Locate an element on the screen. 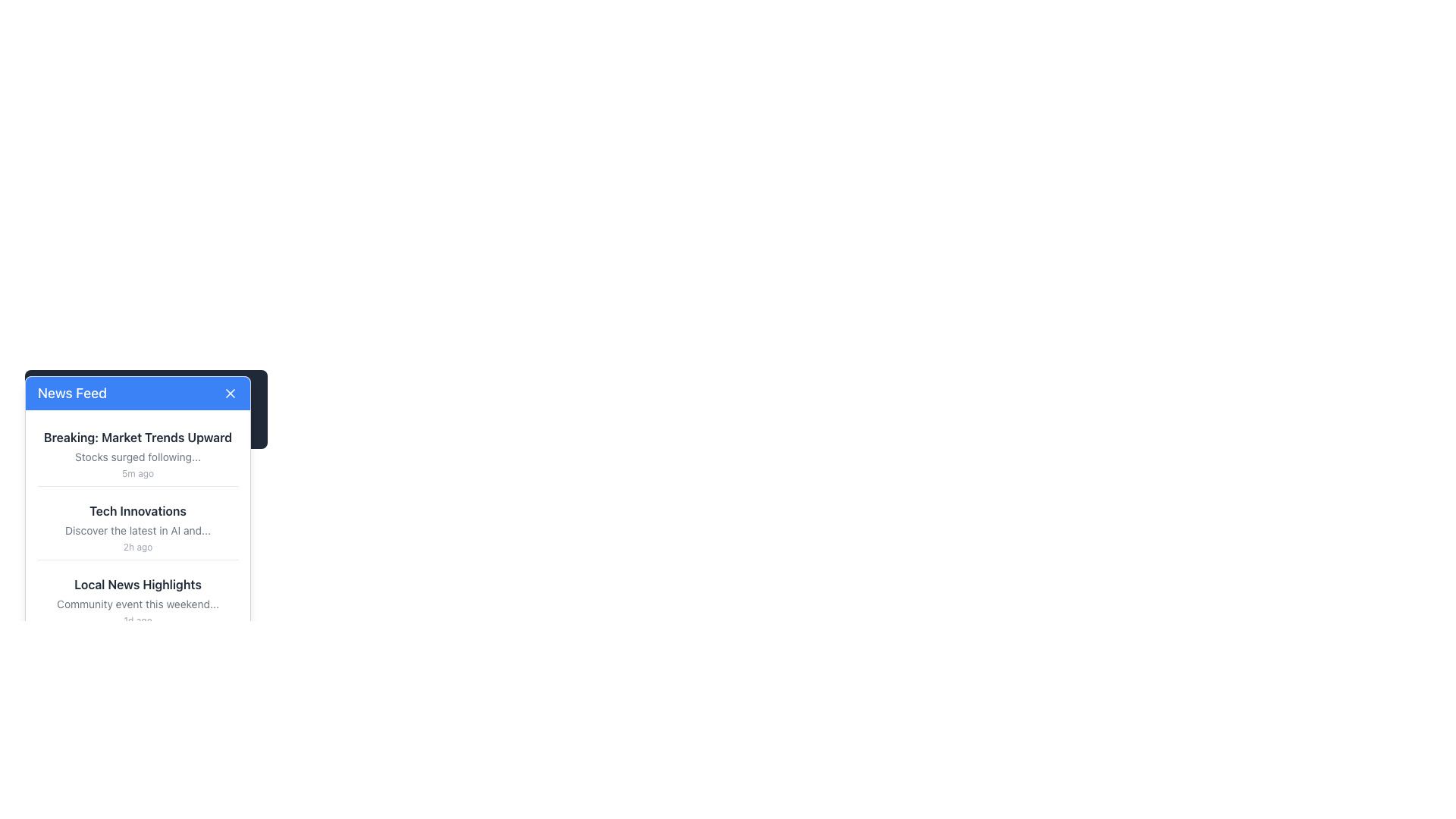 The height and width of the screenshot is (819, 1456). the text element displaying the message 'Community event this weekend...' located beneath the title 'Local News Highlights' is located at coordinates (138, 604).